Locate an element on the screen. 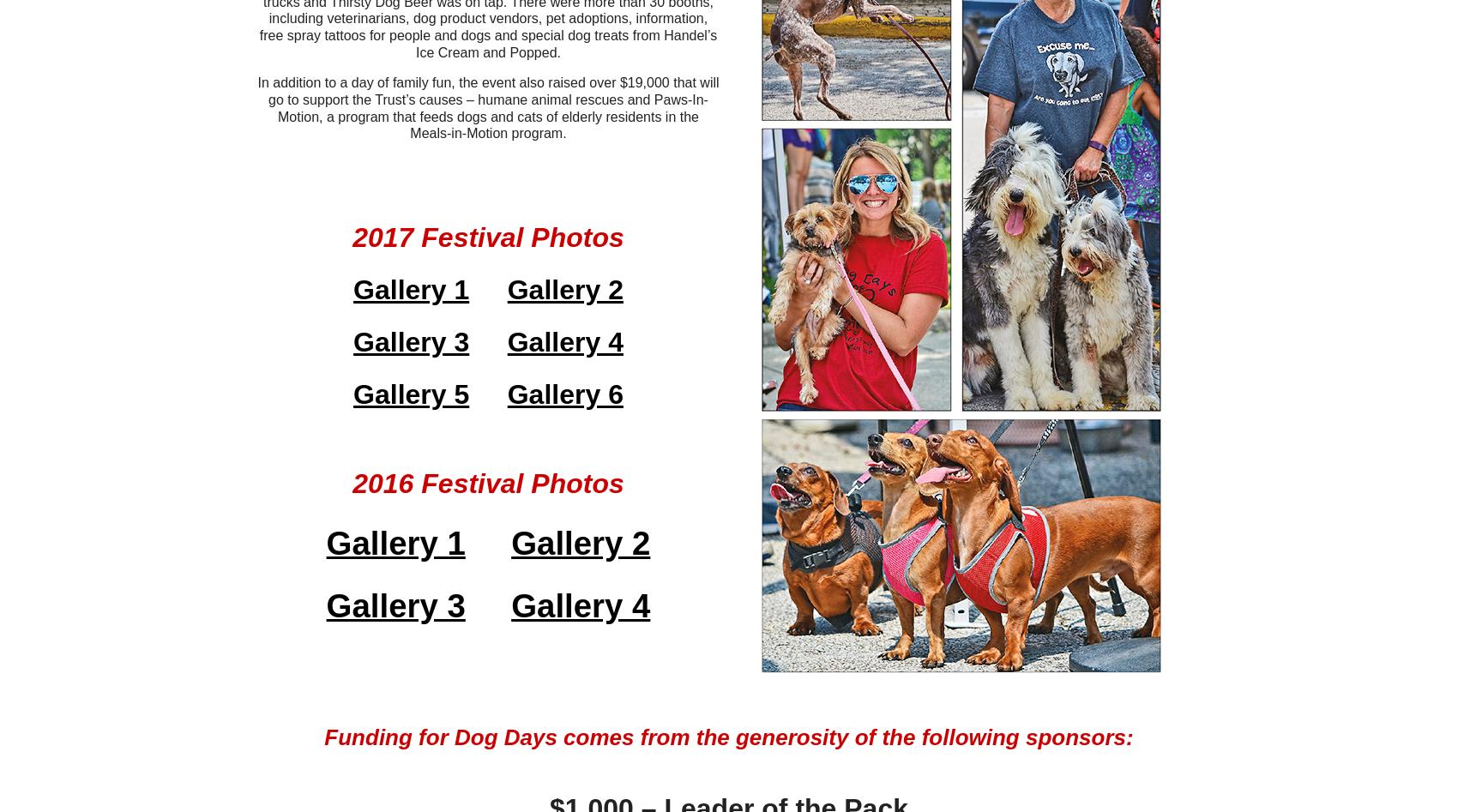  '2016 Festival Photos' is located at coordinates (486, 483).